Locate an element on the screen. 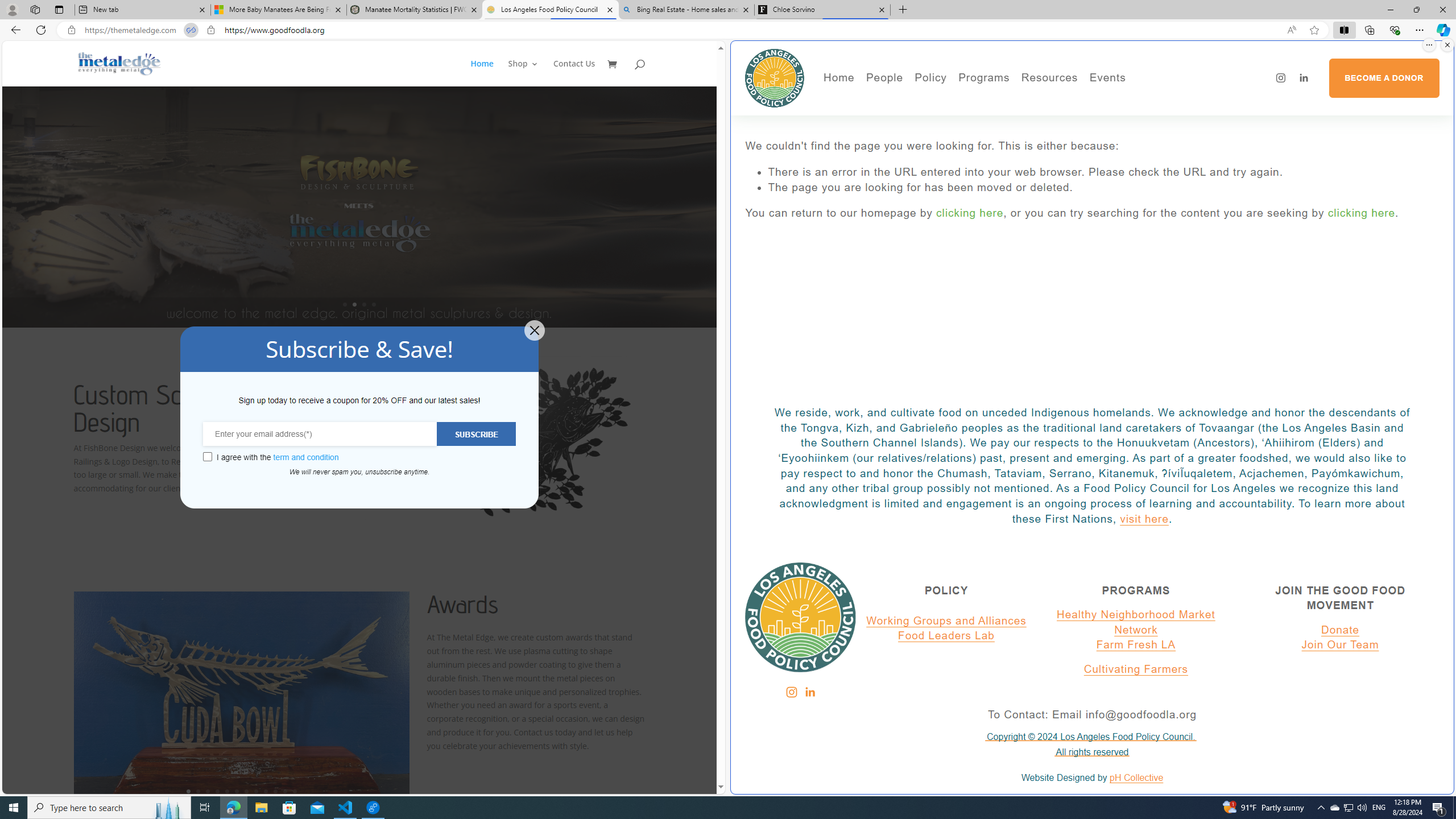 The height and width of the screenshot is (819, 1456). 'Events' is located at coordinates (1146, 100).